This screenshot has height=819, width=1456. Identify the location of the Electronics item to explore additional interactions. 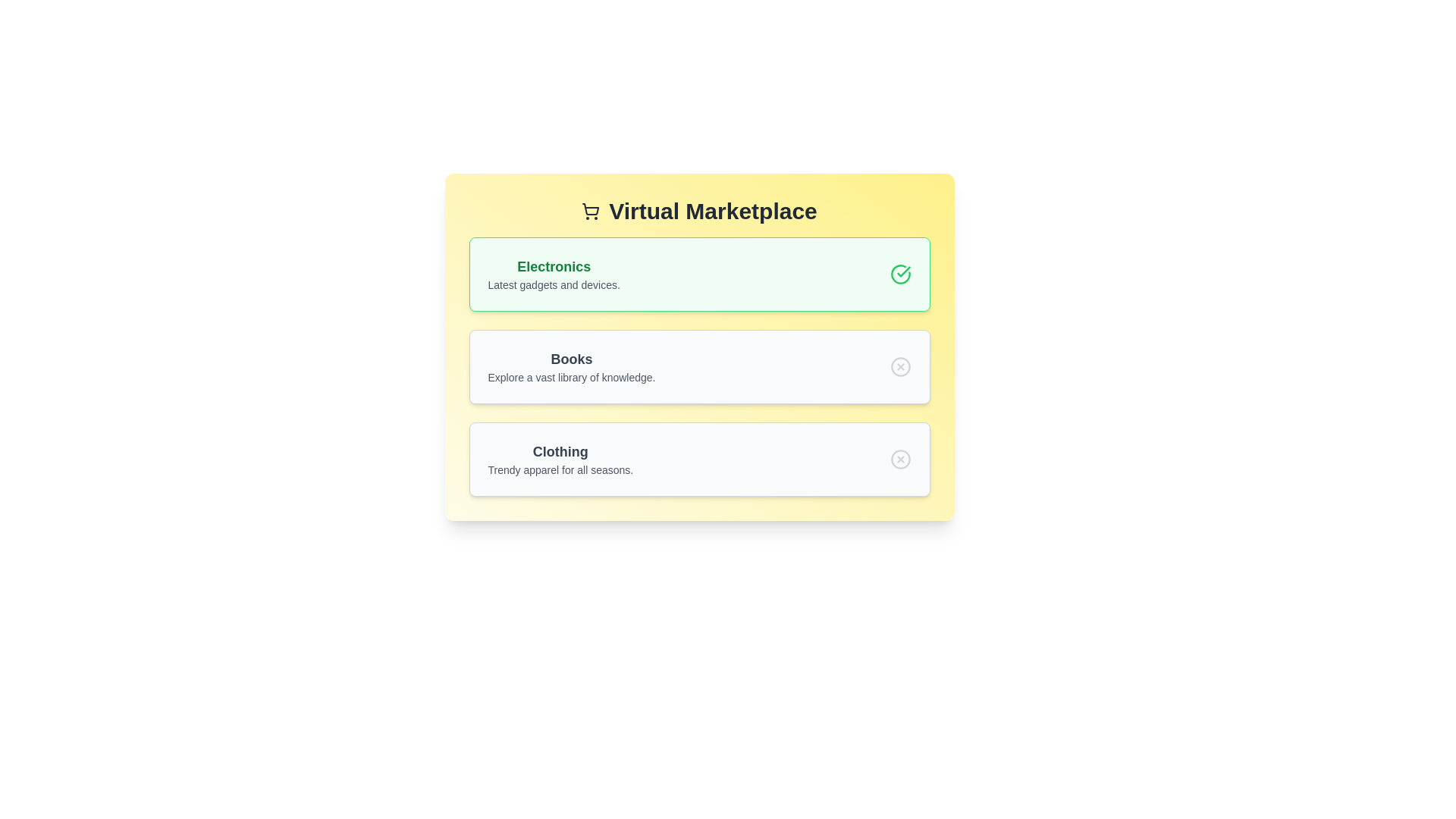
(698, 275).